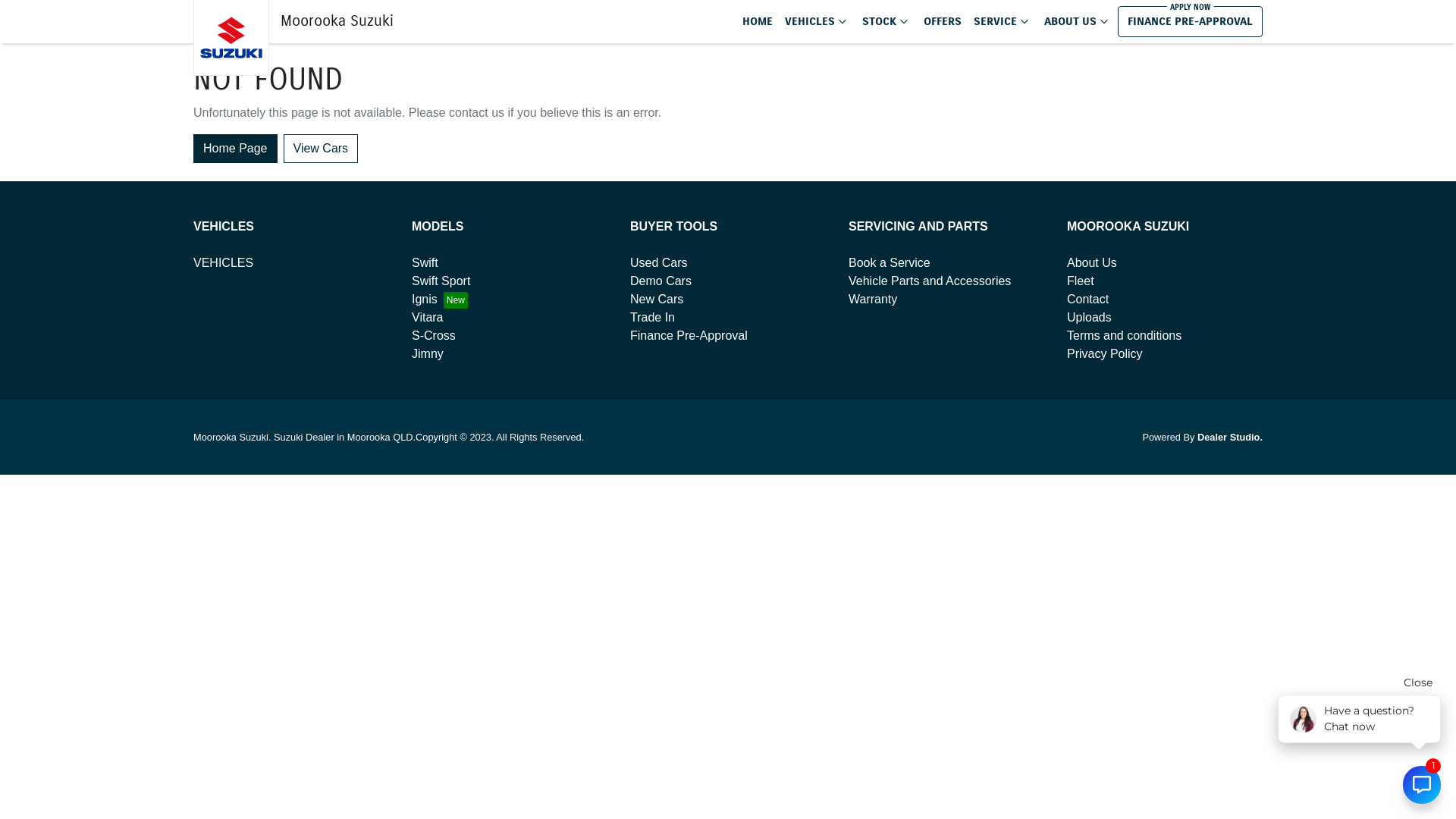 The height and width of the screenshot is (819, 1456). What do you see at coordinates (1077, 21) in the screenshot?
I see `'ABOUT US'` at bounding box center [1077, 21].